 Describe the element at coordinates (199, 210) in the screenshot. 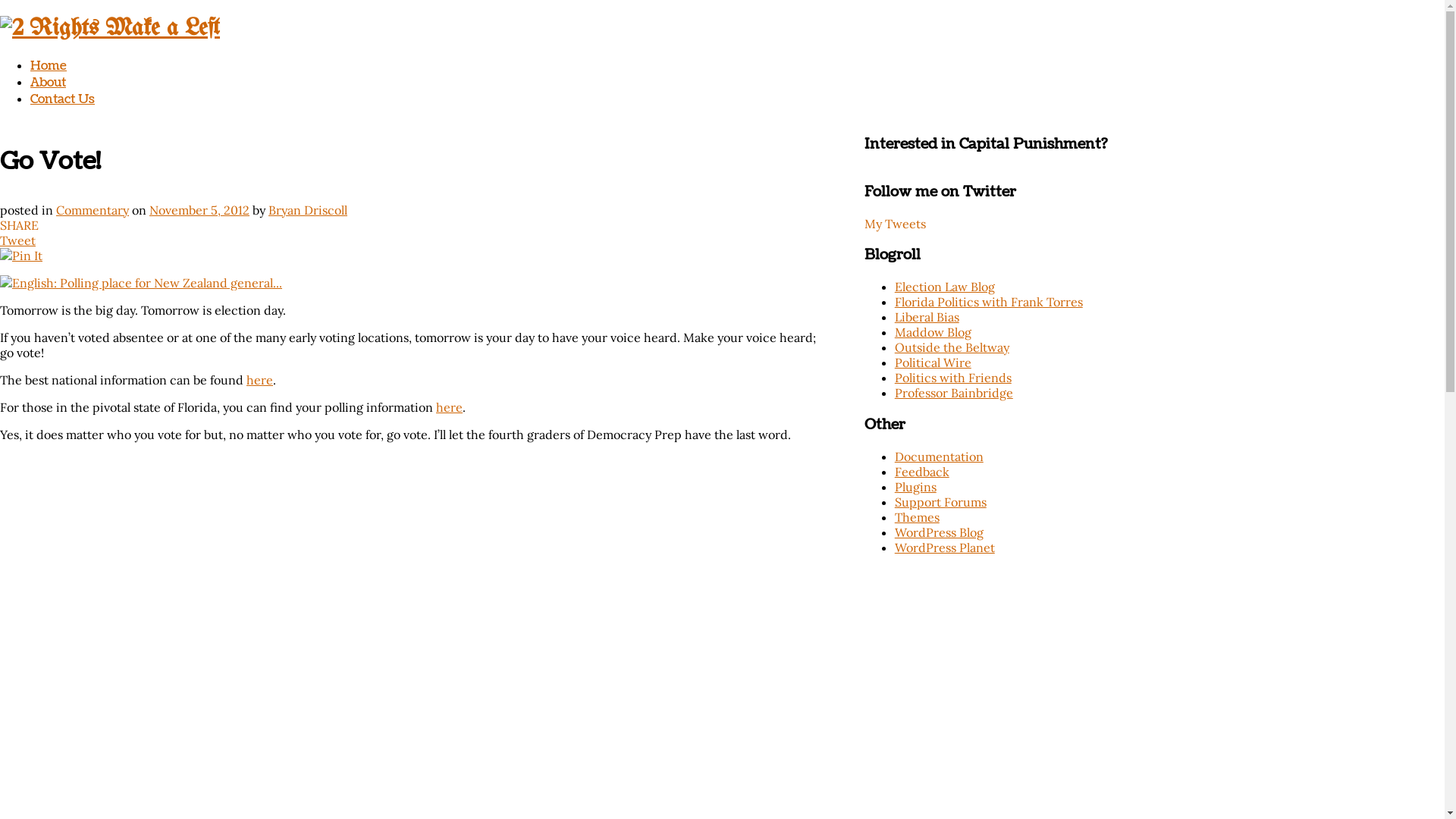

I see `'November 5, 2012'` at that location.